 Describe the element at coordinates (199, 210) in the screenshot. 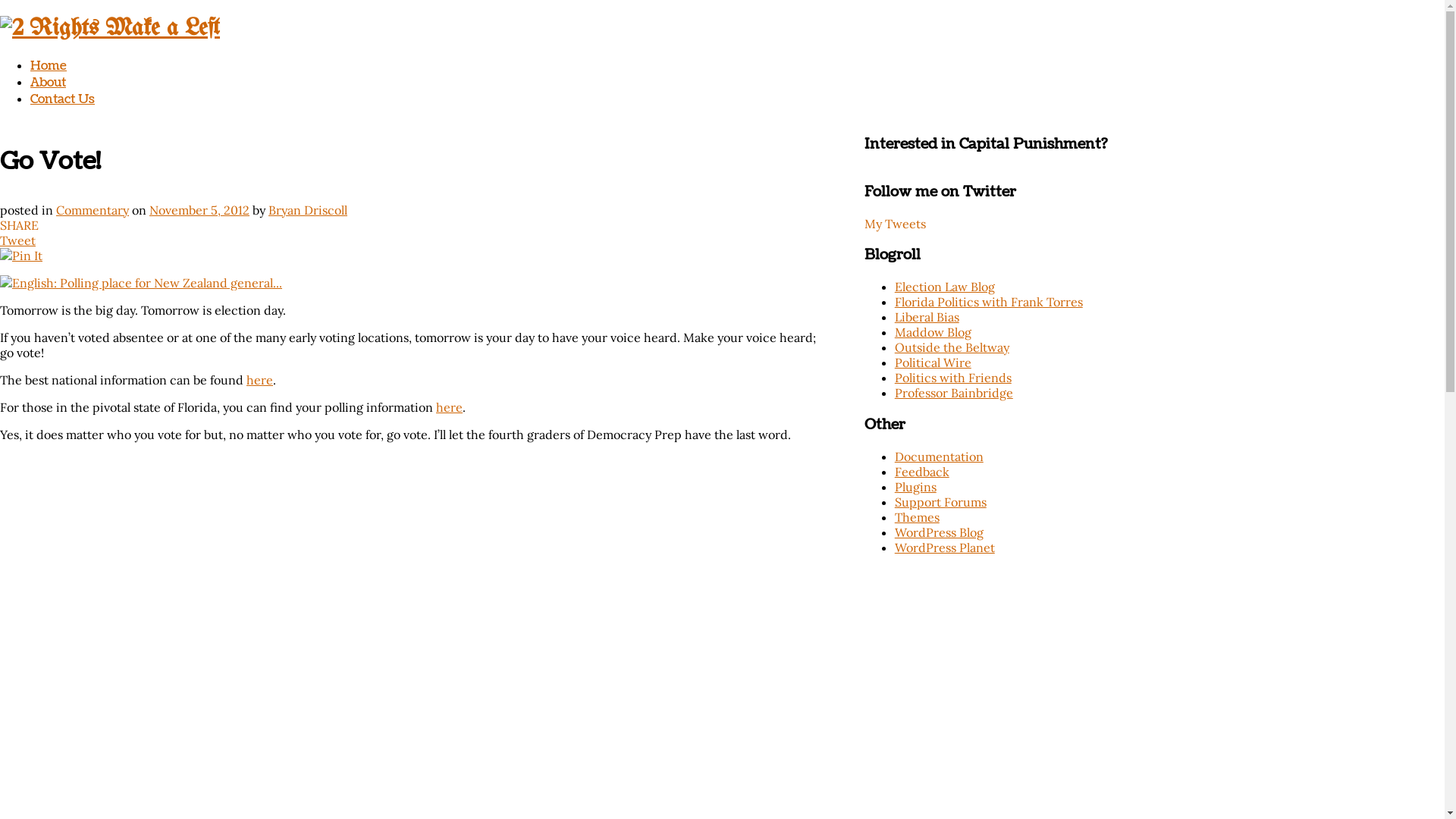

I see `'November 5, 2012'` at that location.